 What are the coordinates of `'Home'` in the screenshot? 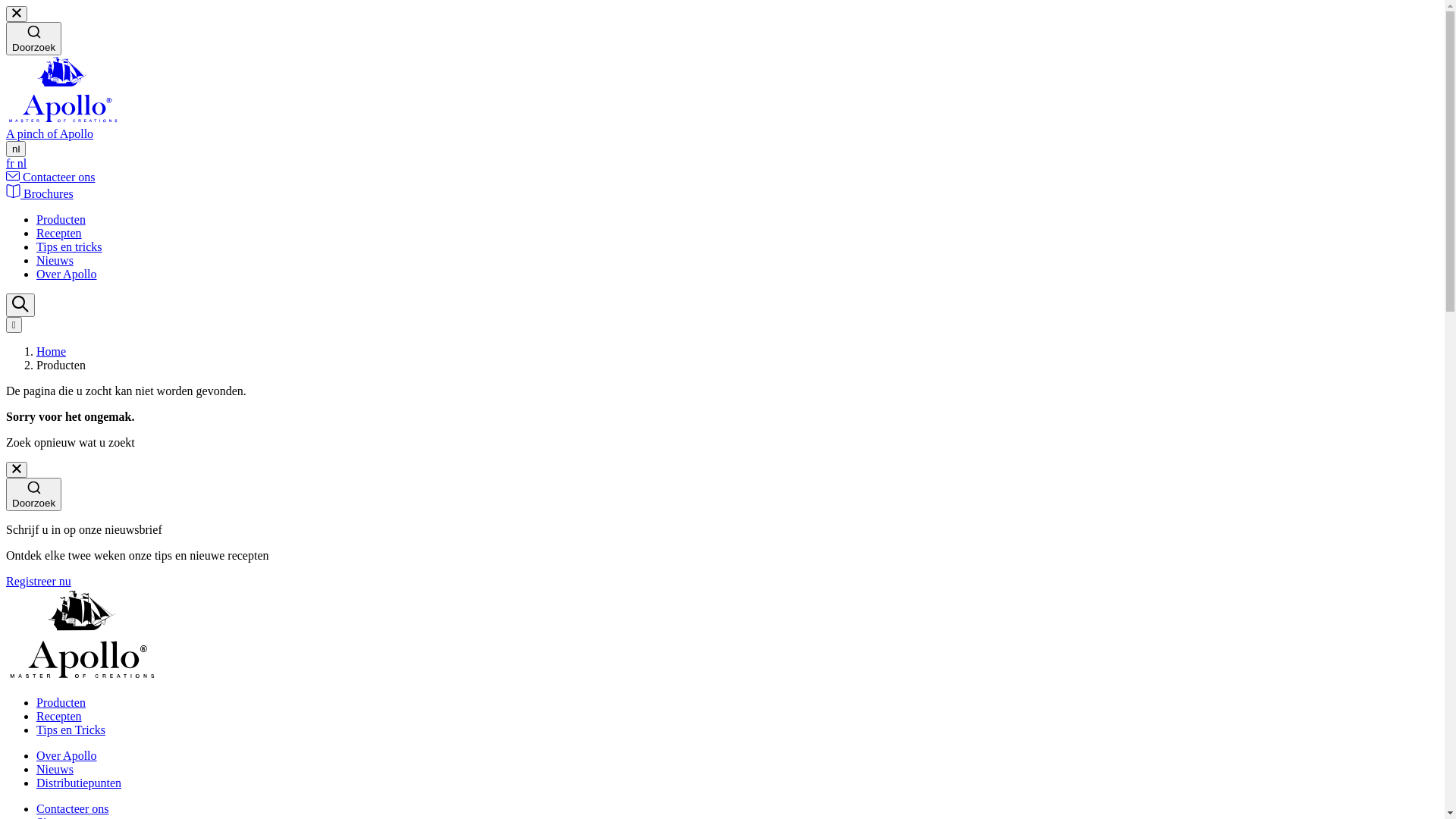 It's located at (36, 351).